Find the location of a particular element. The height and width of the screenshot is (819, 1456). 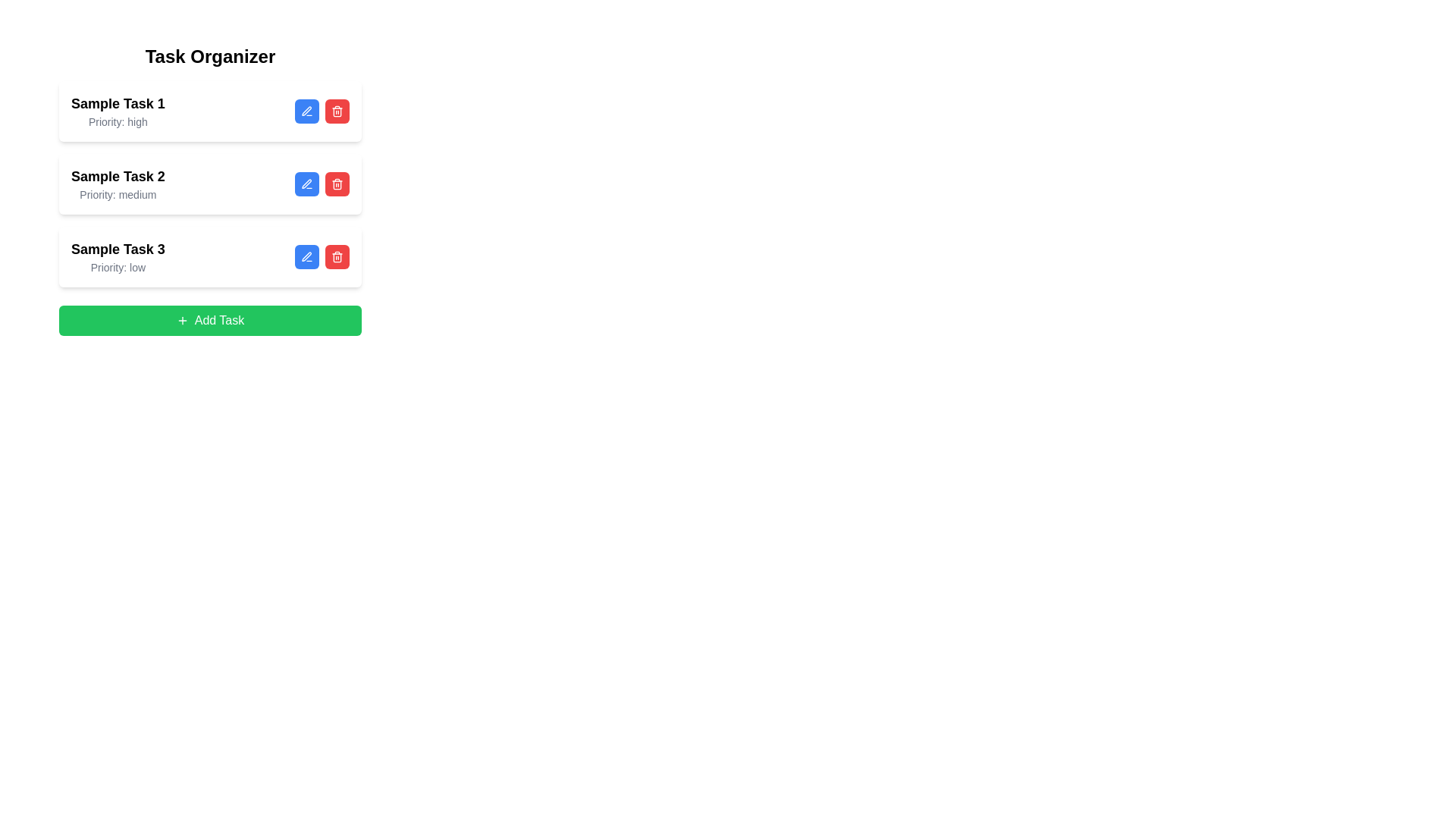

text of the element styled in bold as 'Sample Task 2', which is the main title of the second task card in a vertical list of tasks is located at coordinates (117, 175).